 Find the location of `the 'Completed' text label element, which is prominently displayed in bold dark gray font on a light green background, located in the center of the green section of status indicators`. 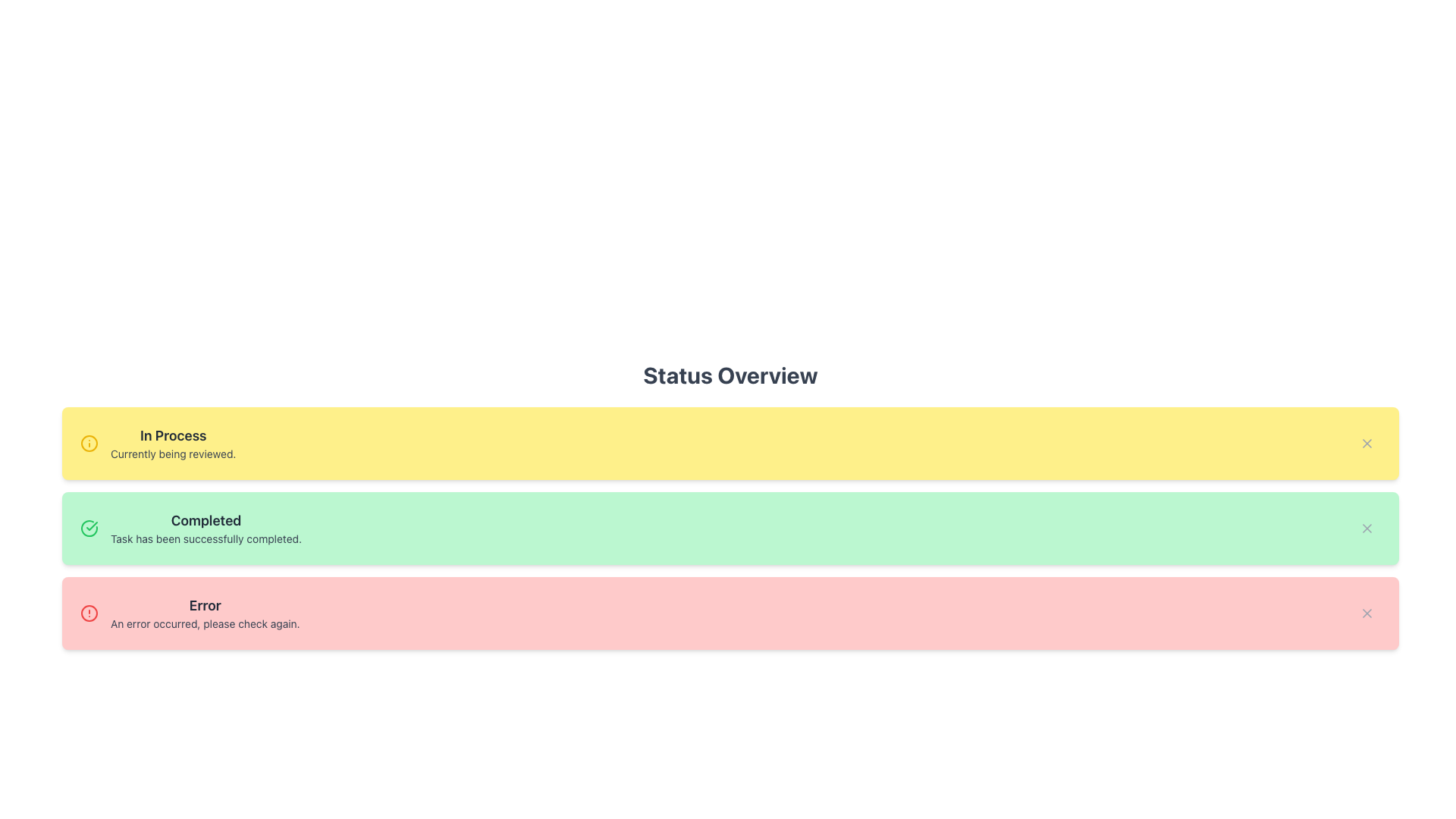

the 'Completed' text label element, which is prominently displayed in bold dark gray font on a light green background, located in the center of the green section of status indicators is located at coordinates (206, 519).